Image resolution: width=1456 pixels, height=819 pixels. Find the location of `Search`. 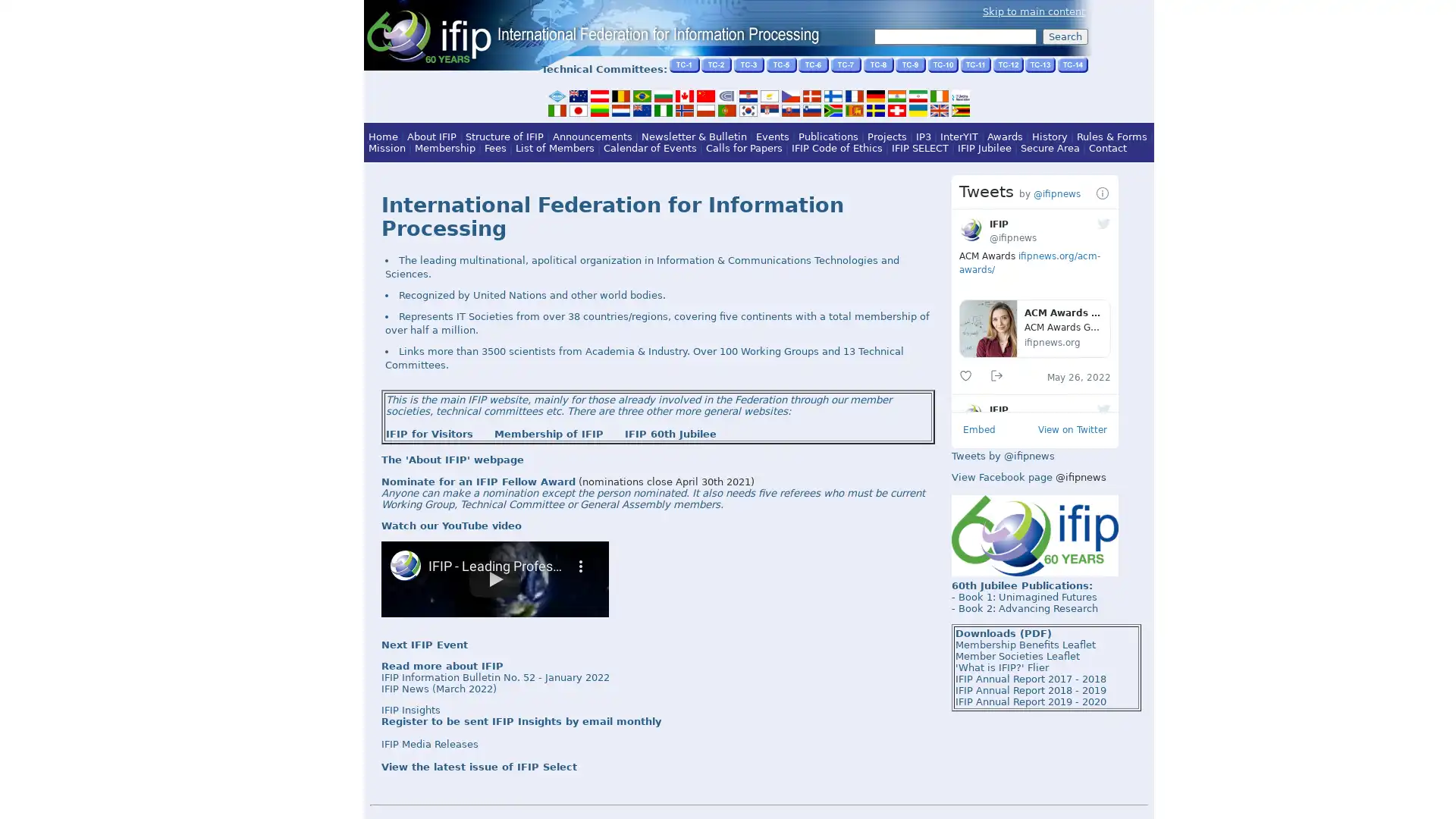

Search is located at coordinates (1065, 35).